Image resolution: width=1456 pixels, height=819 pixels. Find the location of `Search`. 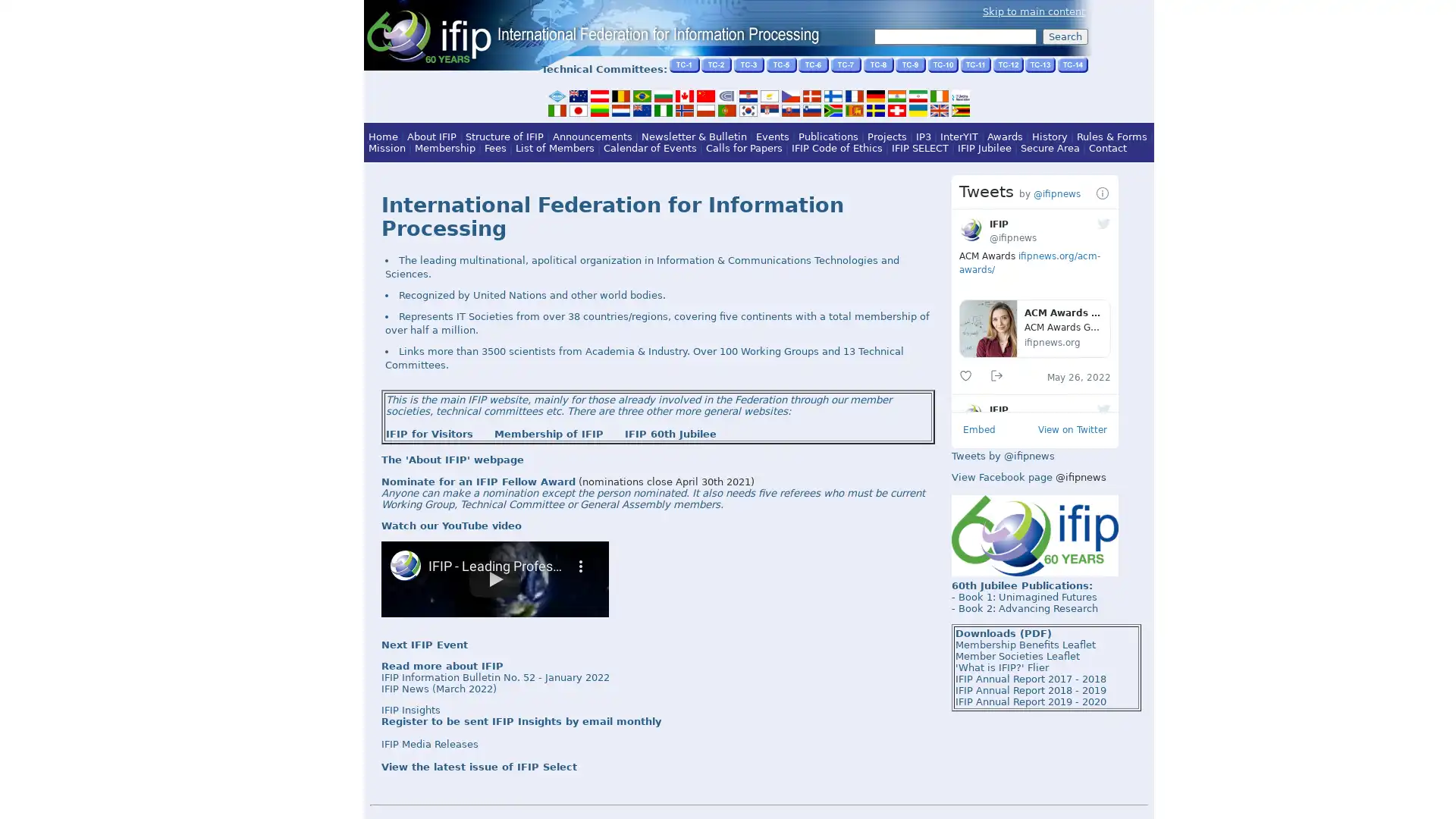

Search is located at coordinates (1065, 35).